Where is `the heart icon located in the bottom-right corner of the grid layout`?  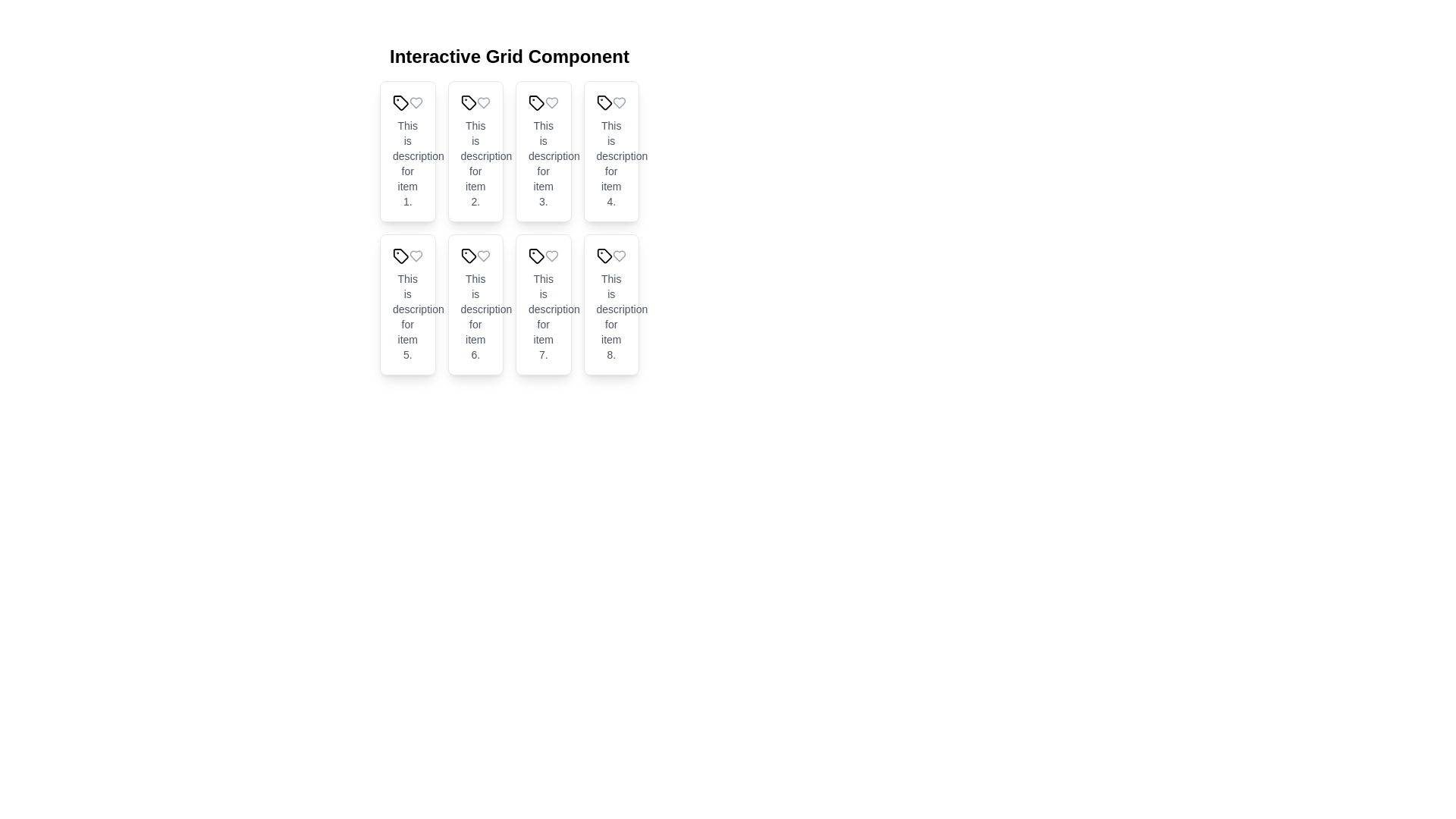
the heart icon located in the bottom-right corner of the grid layout is located at coordinates (619, 256).